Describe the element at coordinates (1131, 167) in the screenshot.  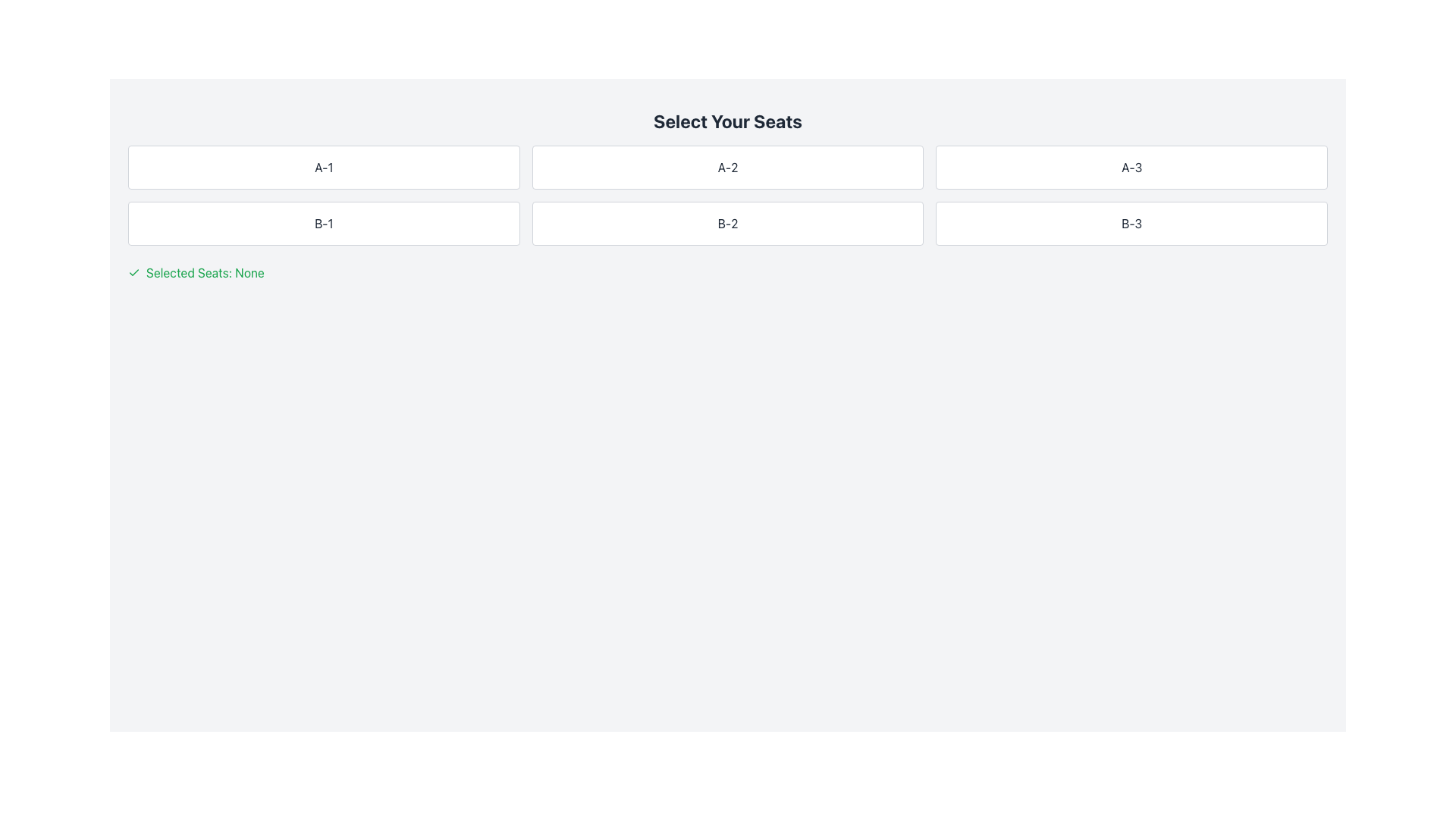
I see `the selectable button identified by 'A-3' to confirm the selection` at that location.